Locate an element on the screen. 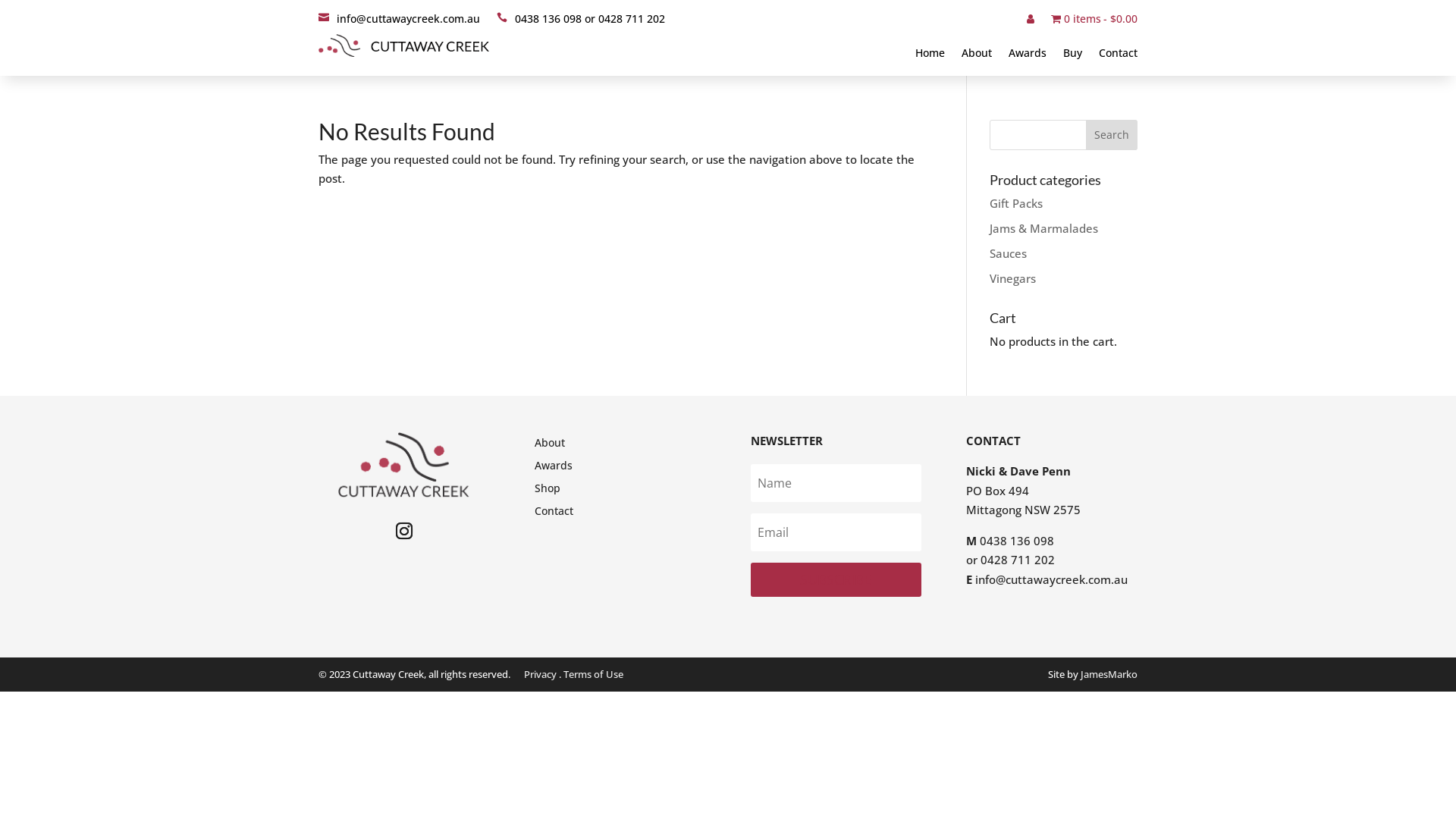 The width and height of the screenshot is (1456, 819). 'Terms of Use' is located at coordinates (592, 673).